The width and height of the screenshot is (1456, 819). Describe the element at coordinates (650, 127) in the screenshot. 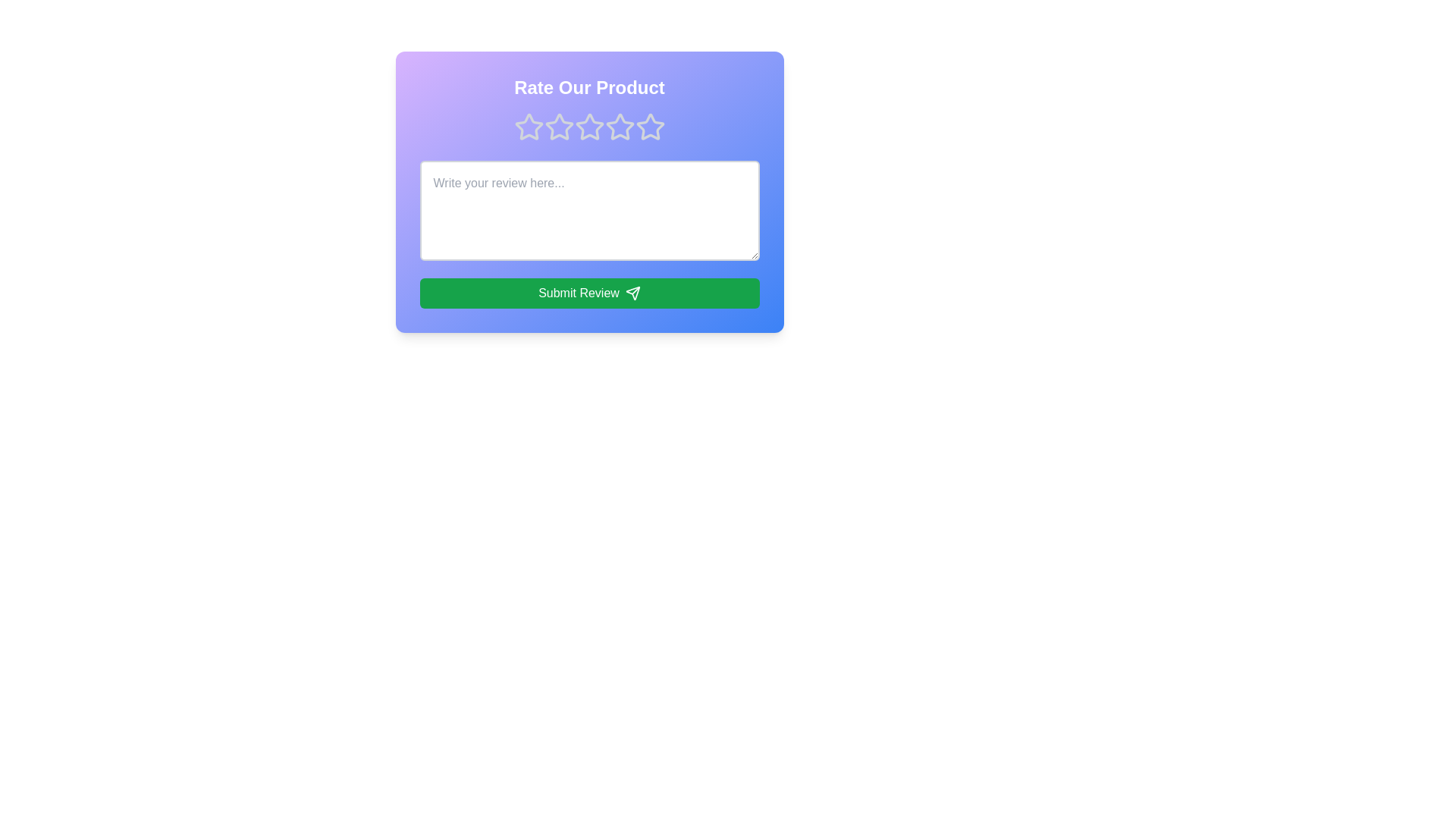

I see `the fifth star icon in the rating system to assign a 5-star rating` at that location.